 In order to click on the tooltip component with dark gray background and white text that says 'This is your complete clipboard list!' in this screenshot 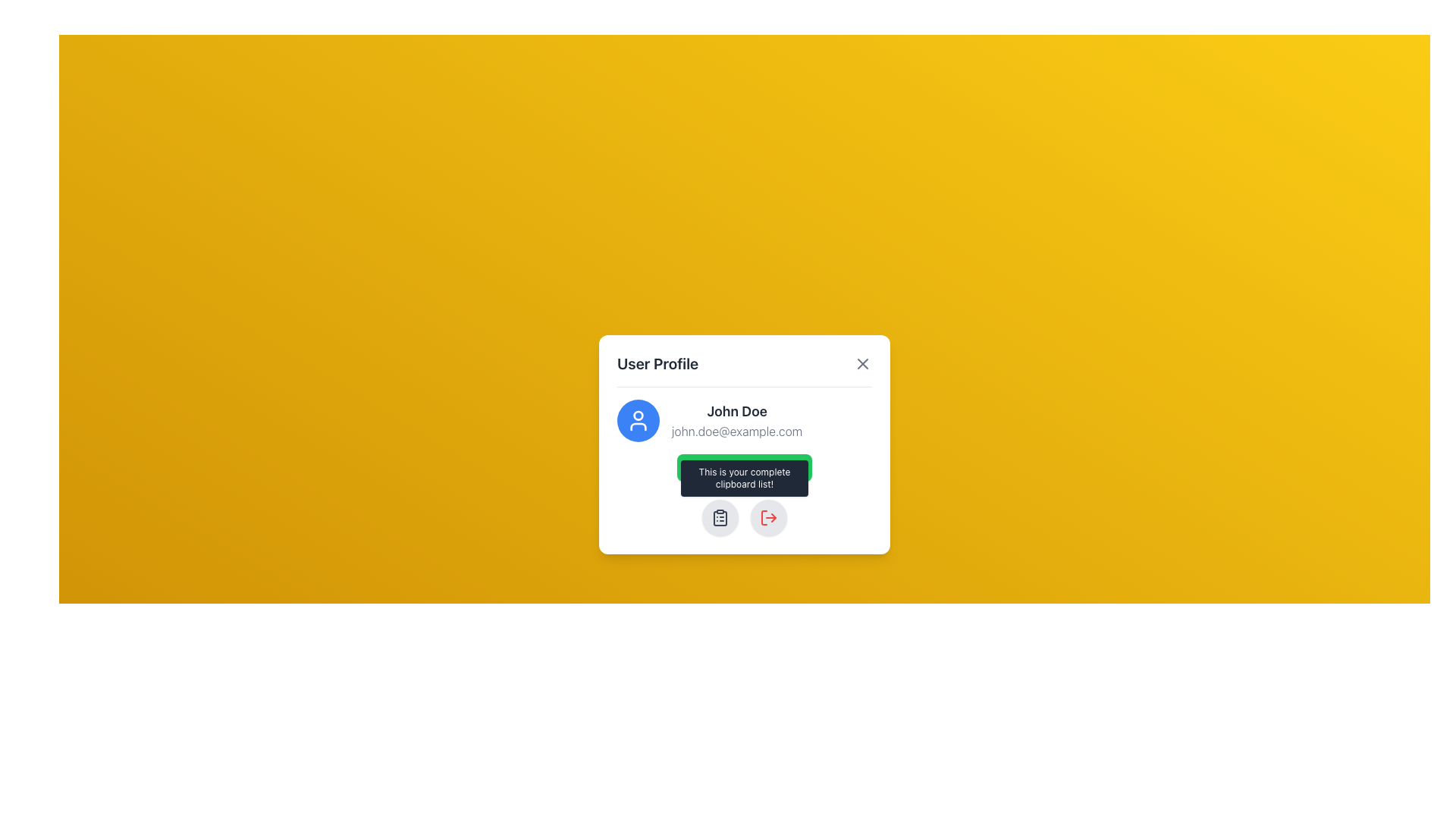, I will do `click(745, 478)`.